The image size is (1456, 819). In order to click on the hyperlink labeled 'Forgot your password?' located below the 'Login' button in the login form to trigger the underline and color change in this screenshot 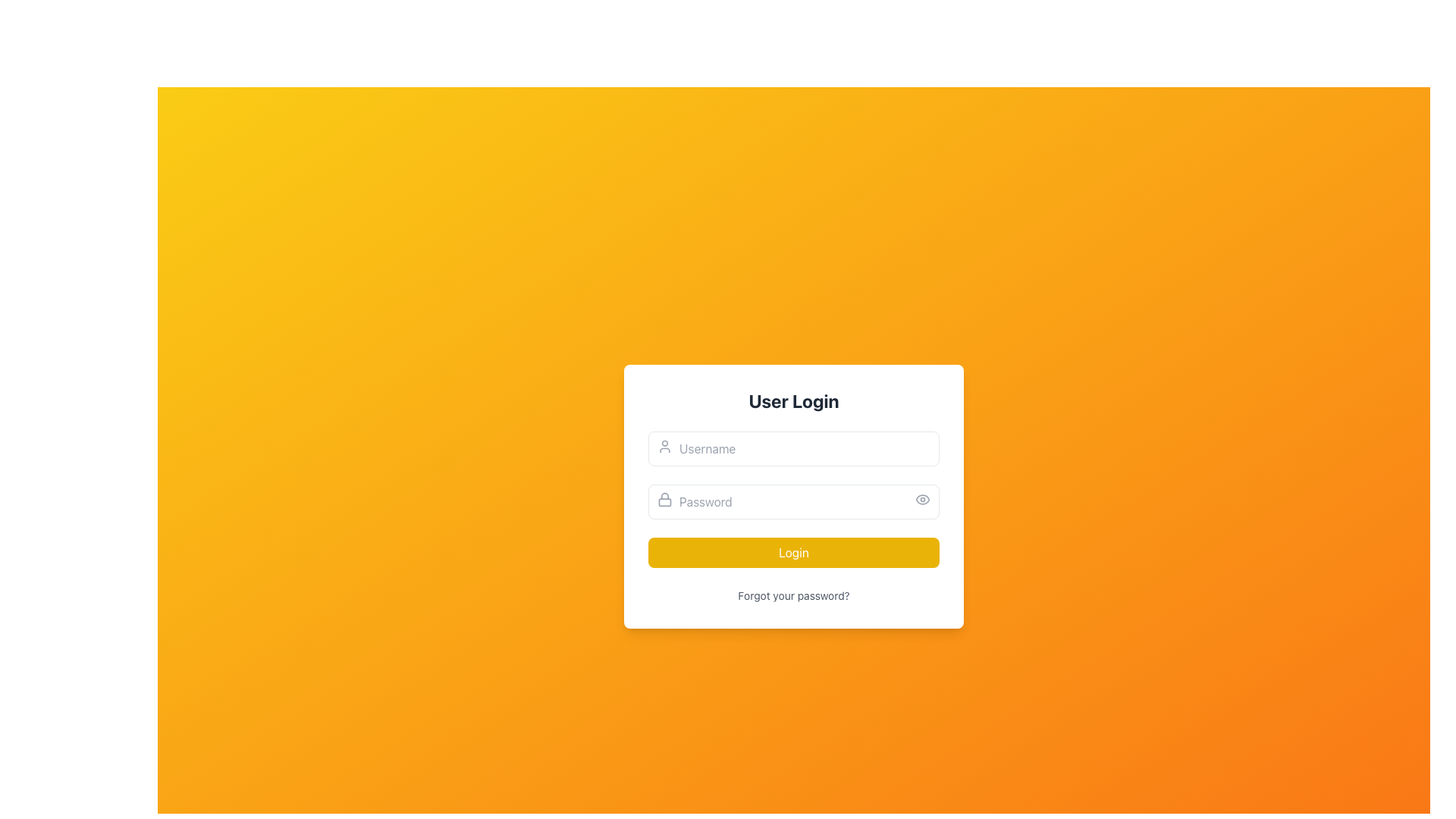, I will do `click(792, 595)`.